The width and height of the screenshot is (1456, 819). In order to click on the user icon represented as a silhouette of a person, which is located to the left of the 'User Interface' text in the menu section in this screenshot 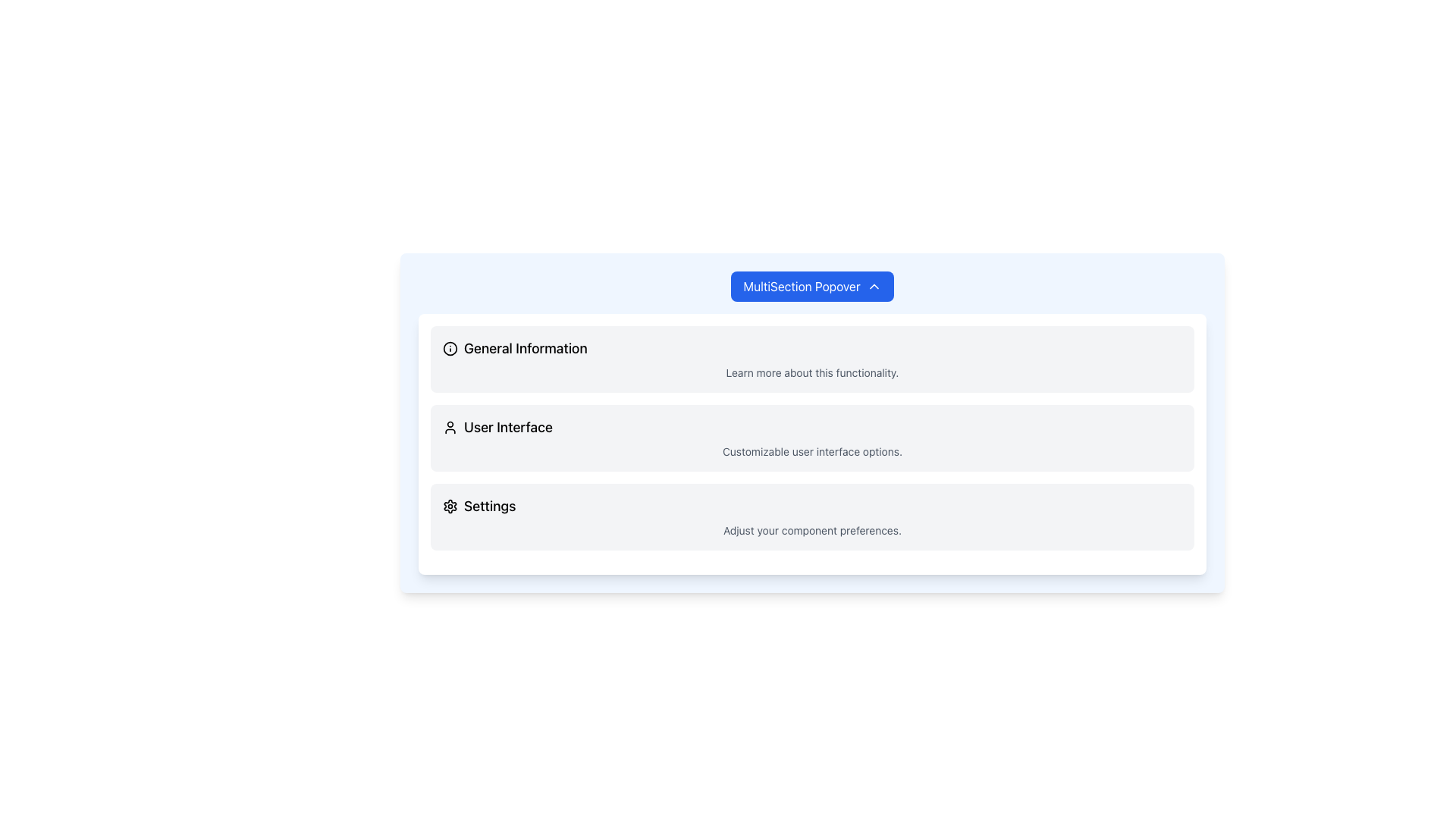, I will do `click(450, 427)`.